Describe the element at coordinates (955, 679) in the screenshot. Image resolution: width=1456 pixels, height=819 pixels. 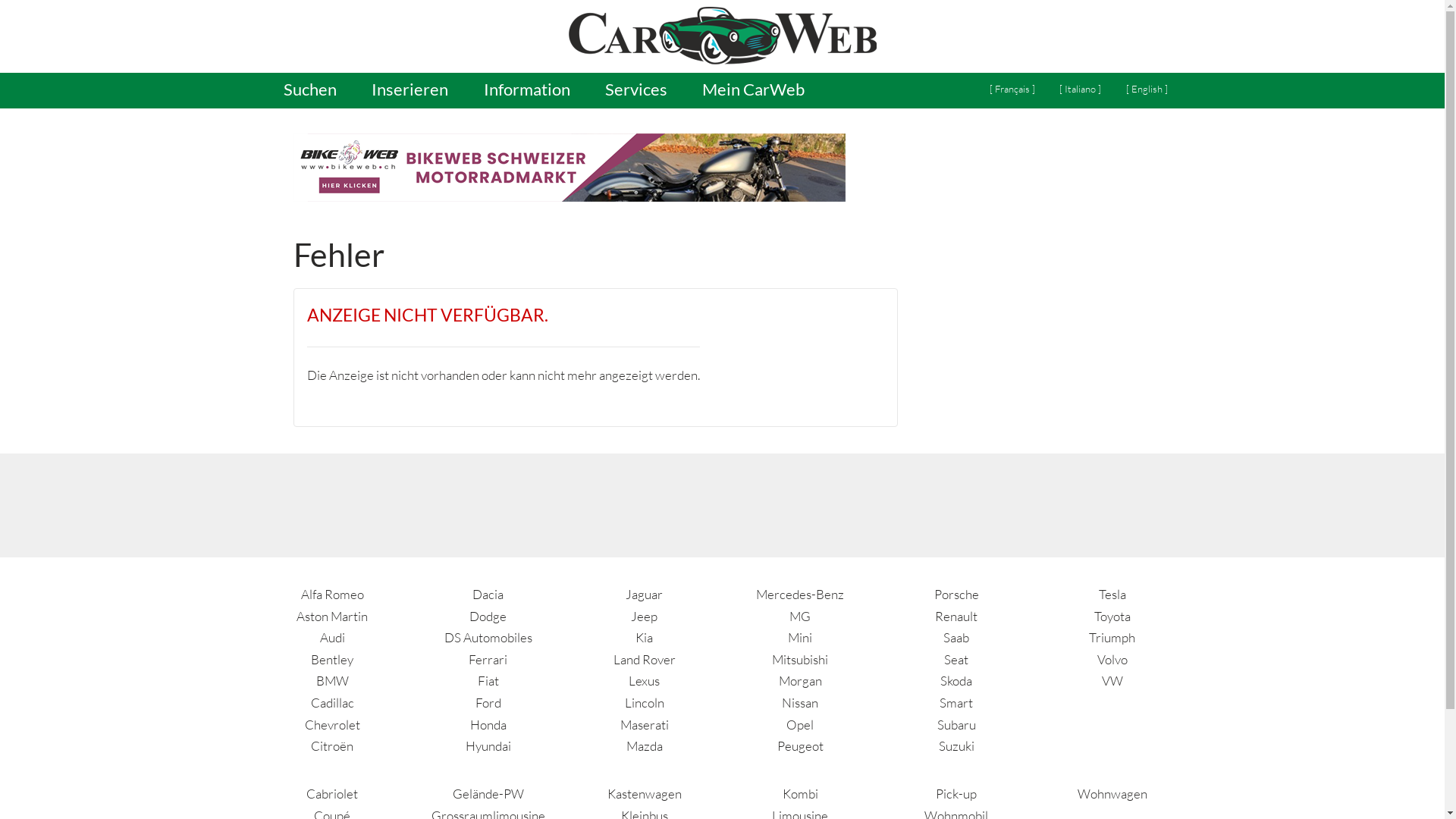
I see `'Skoda'` at that location.